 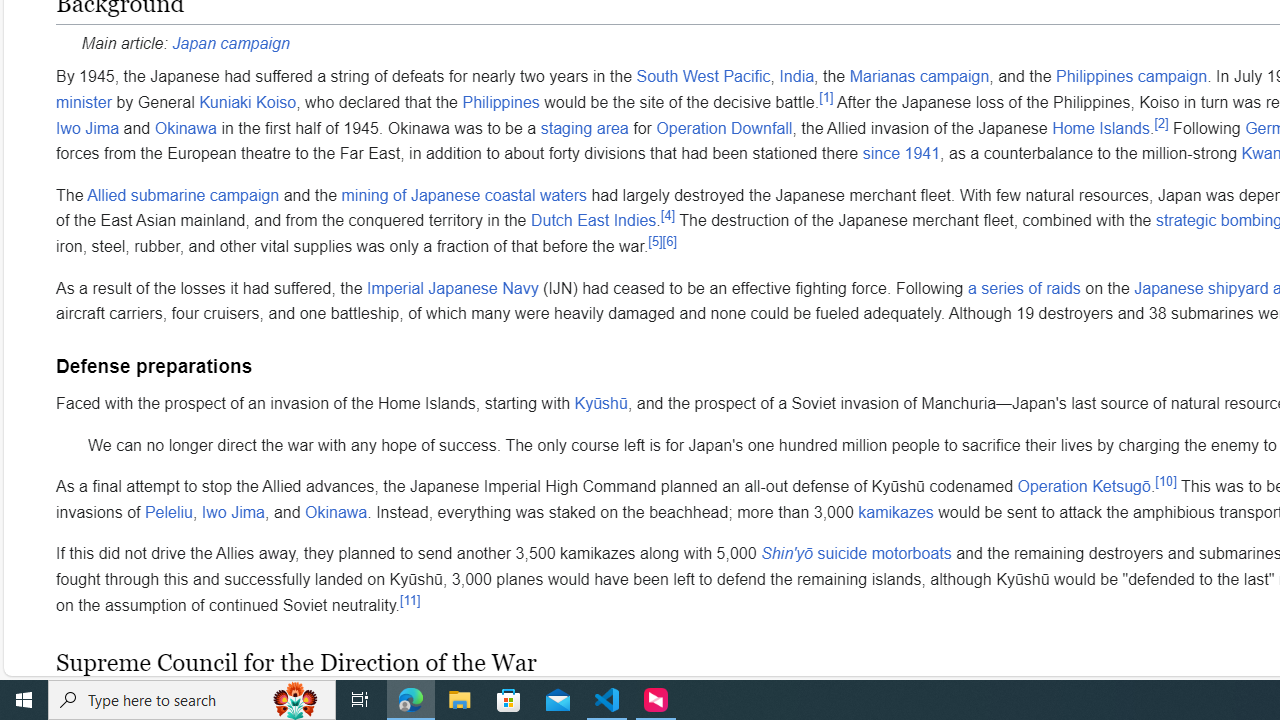 What do you see at coordinates (895, 511) in the screenshot?
I see `'kamikazes'` at bounding box center [895, 511].